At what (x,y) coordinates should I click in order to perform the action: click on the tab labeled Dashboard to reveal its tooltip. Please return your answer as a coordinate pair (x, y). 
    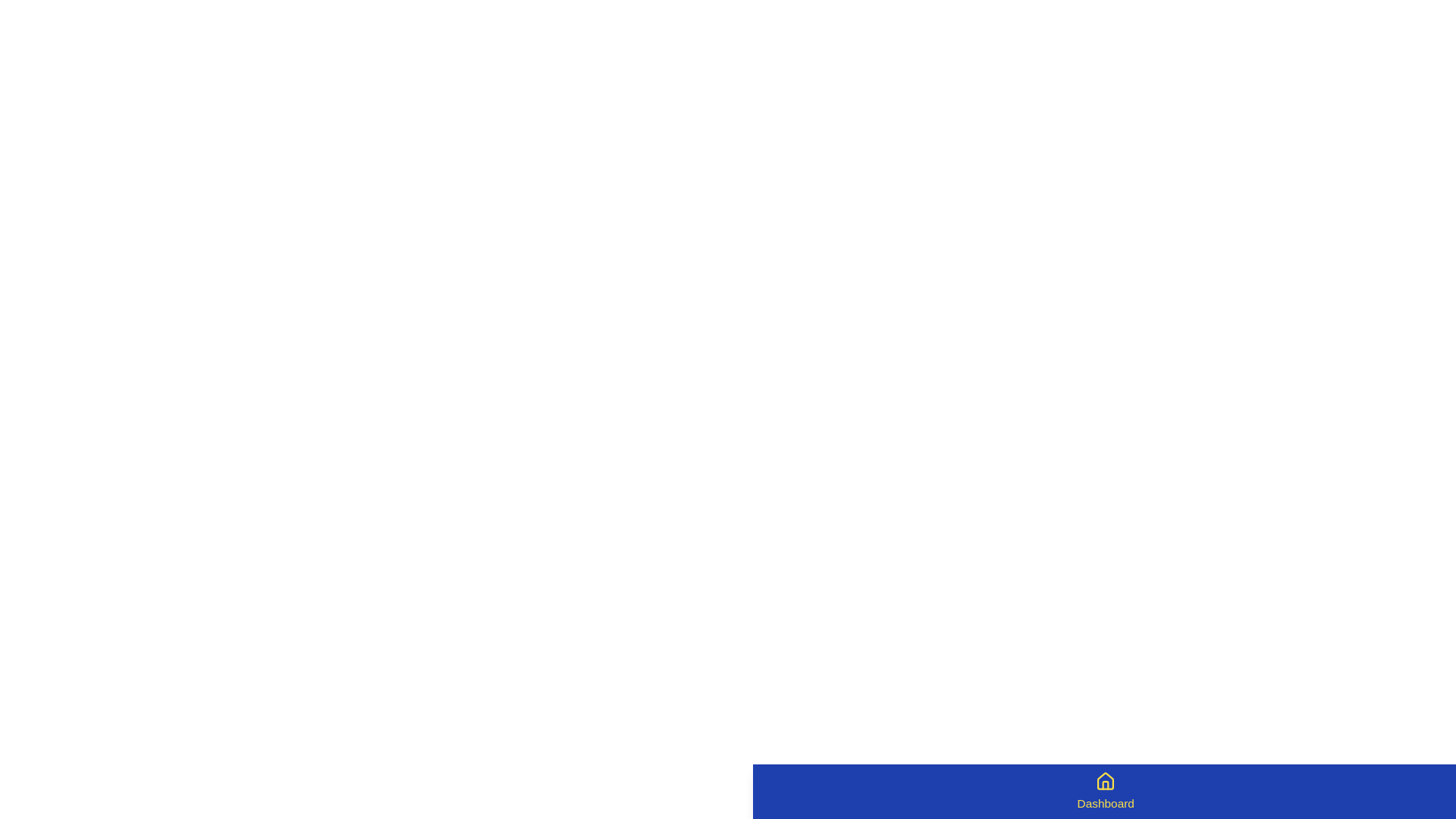
    Looking at the image, I should click on (1106, 791).